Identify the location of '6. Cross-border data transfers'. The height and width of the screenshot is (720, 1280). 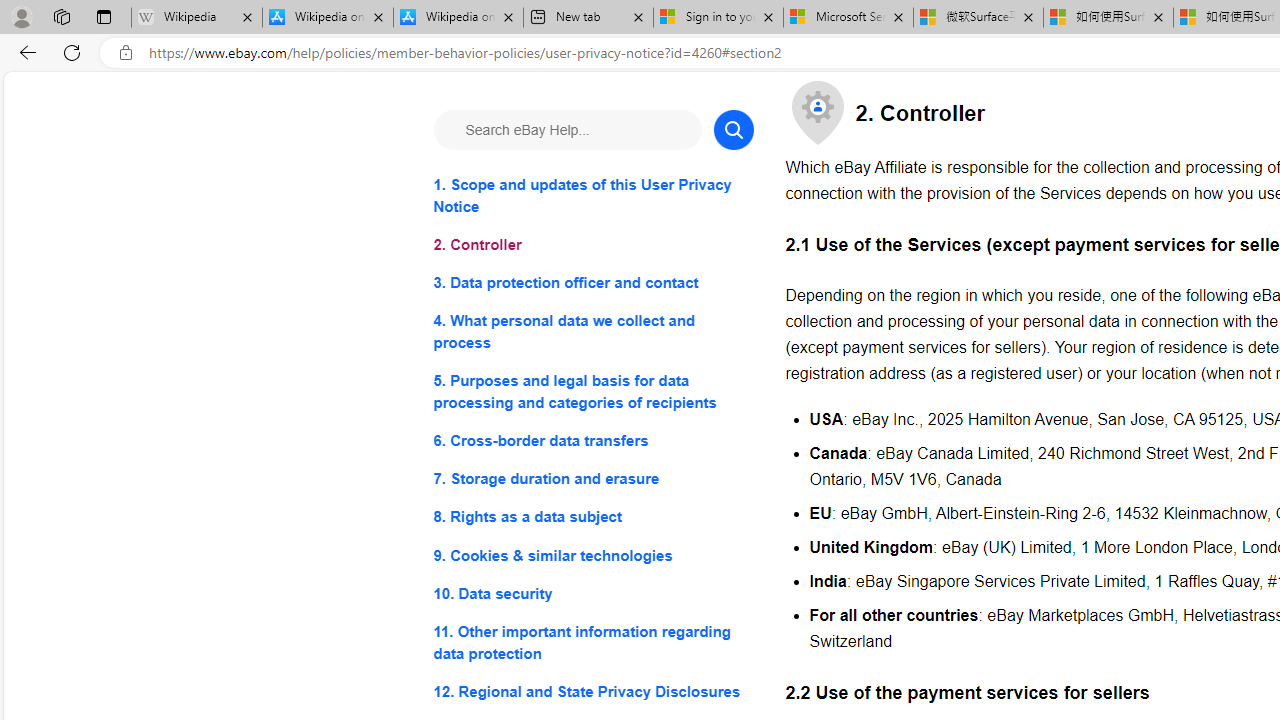
(592, 440).